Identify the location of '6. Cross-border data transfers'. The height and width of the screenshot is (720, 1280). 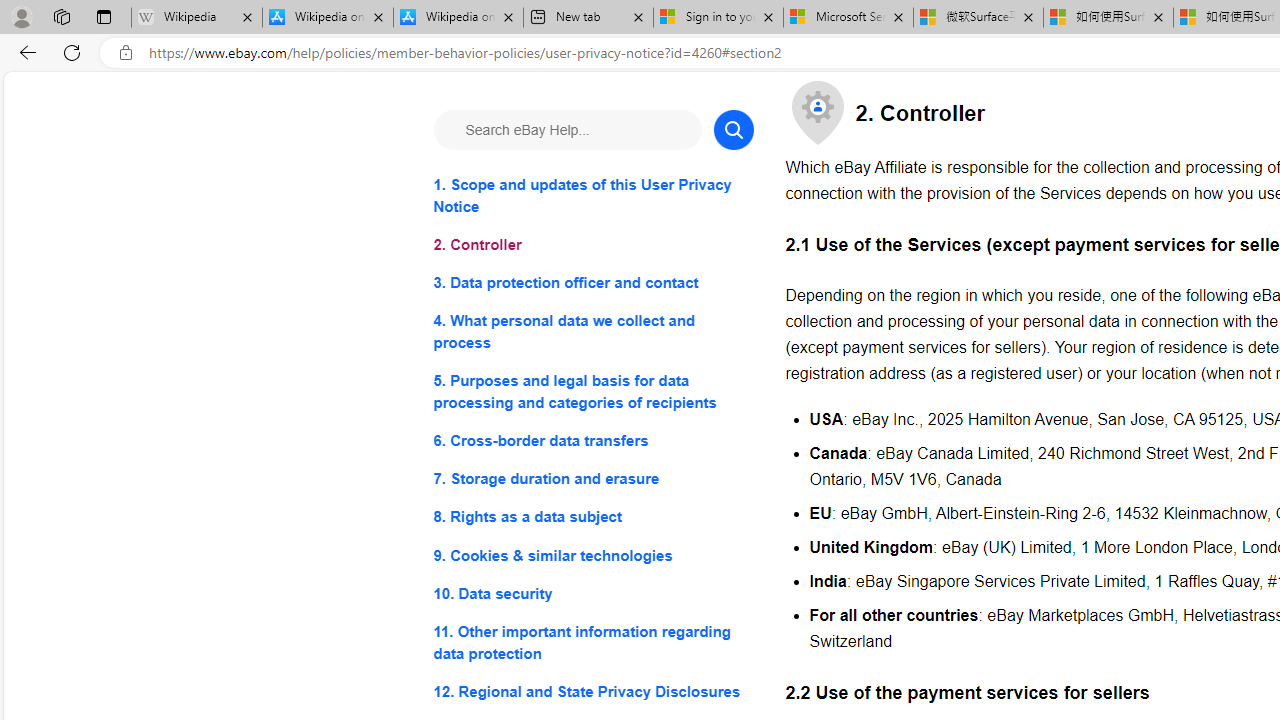
(592, 440).